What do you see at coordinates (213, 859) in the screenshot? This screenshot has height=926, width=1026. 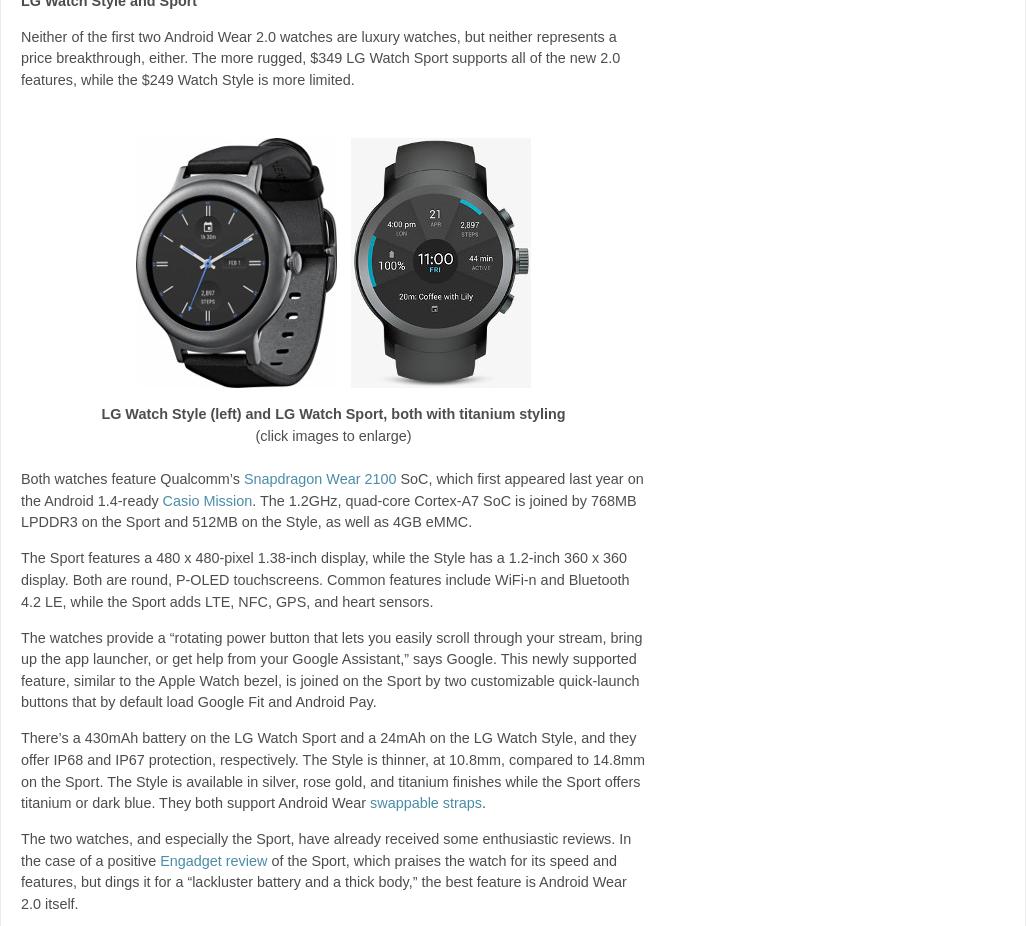 I see `'Engadget review'` at bounding box center [213, 859].